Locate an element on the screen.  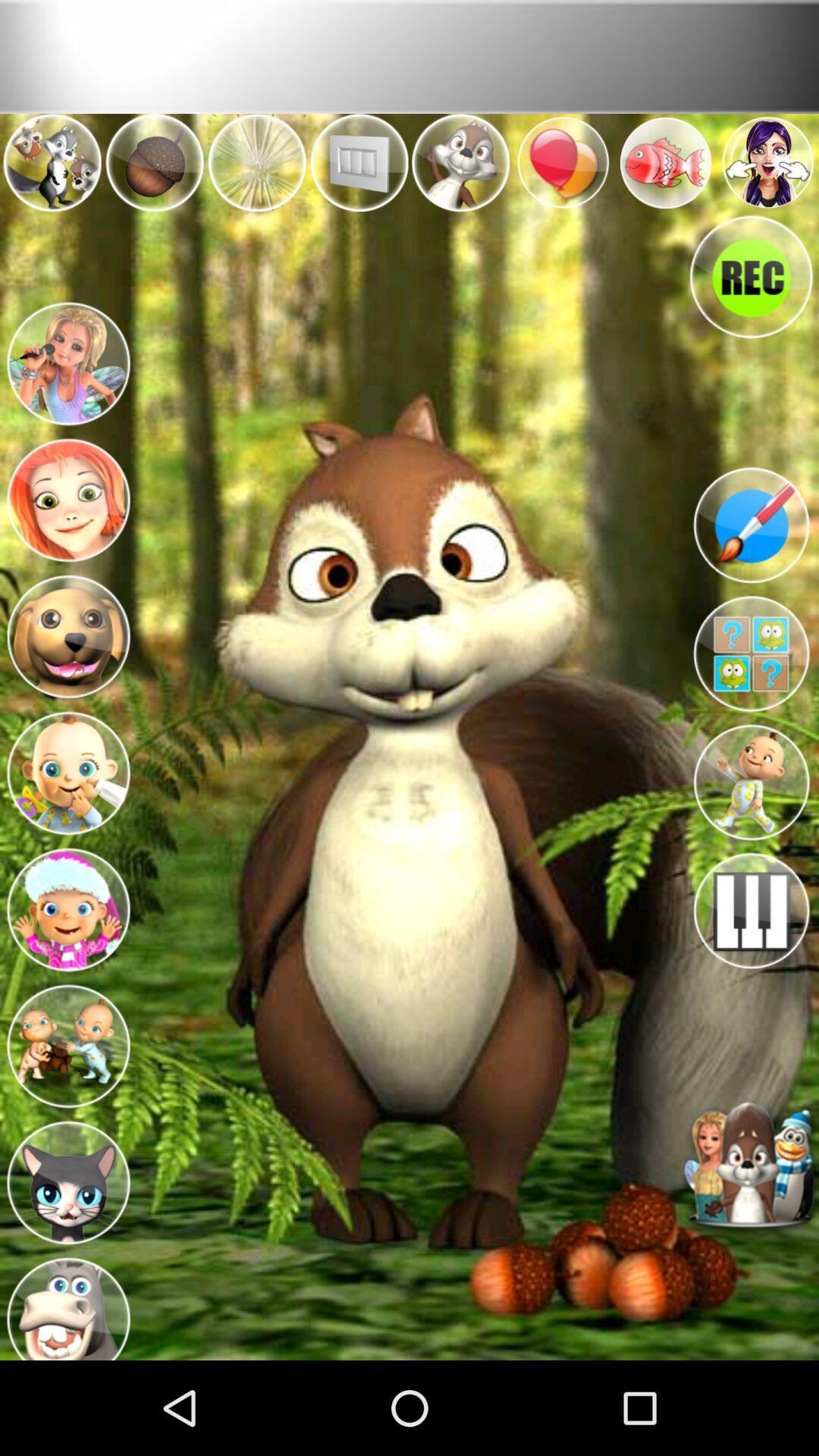
choose picture is located at coordinates (67, 905).